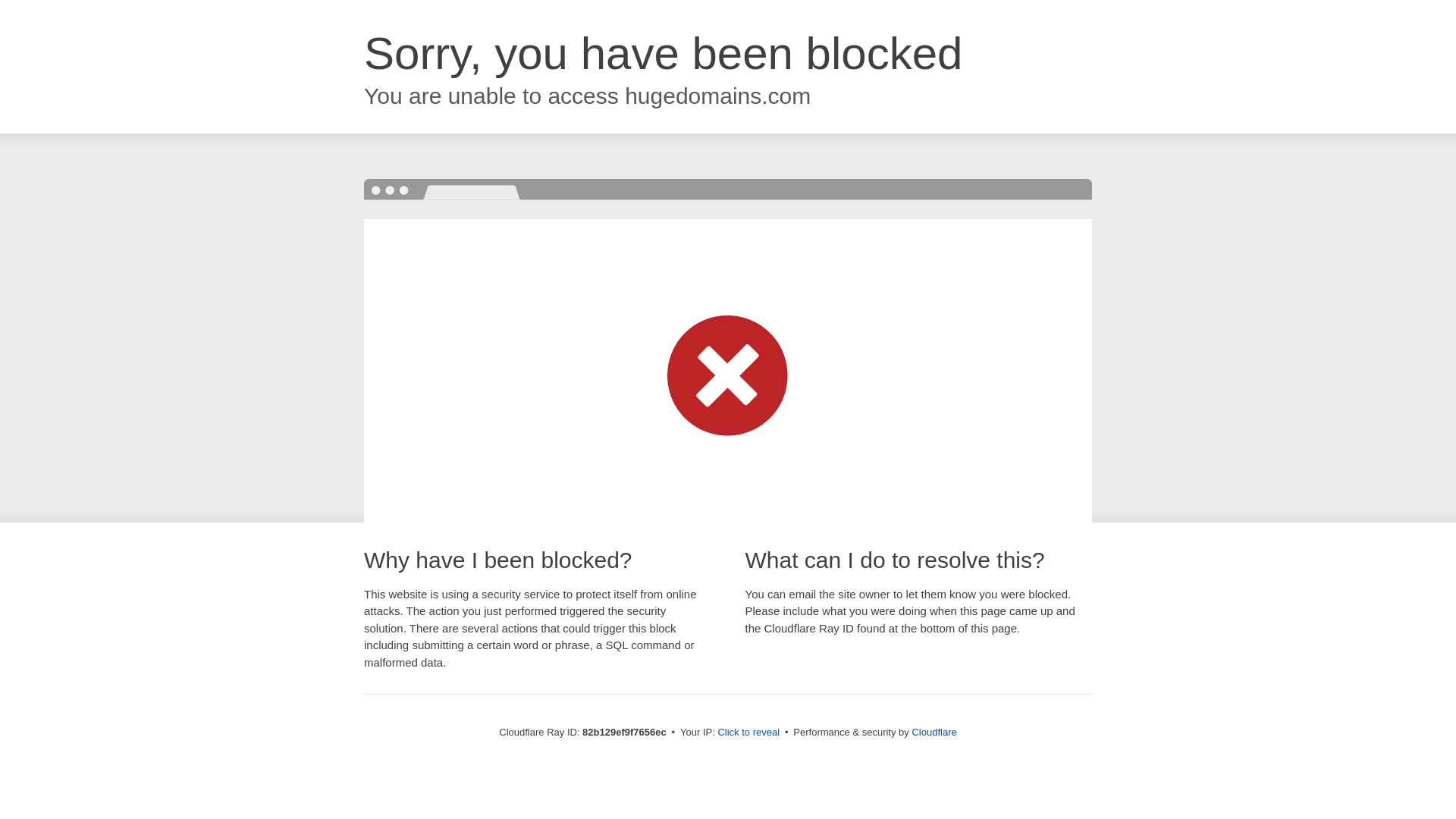 This screenshot has height=819, width=1456. What do you see at coordinates (933, 731) in the screenshot?
I see `'Cloudflare'` at bounding box center [933, 731].